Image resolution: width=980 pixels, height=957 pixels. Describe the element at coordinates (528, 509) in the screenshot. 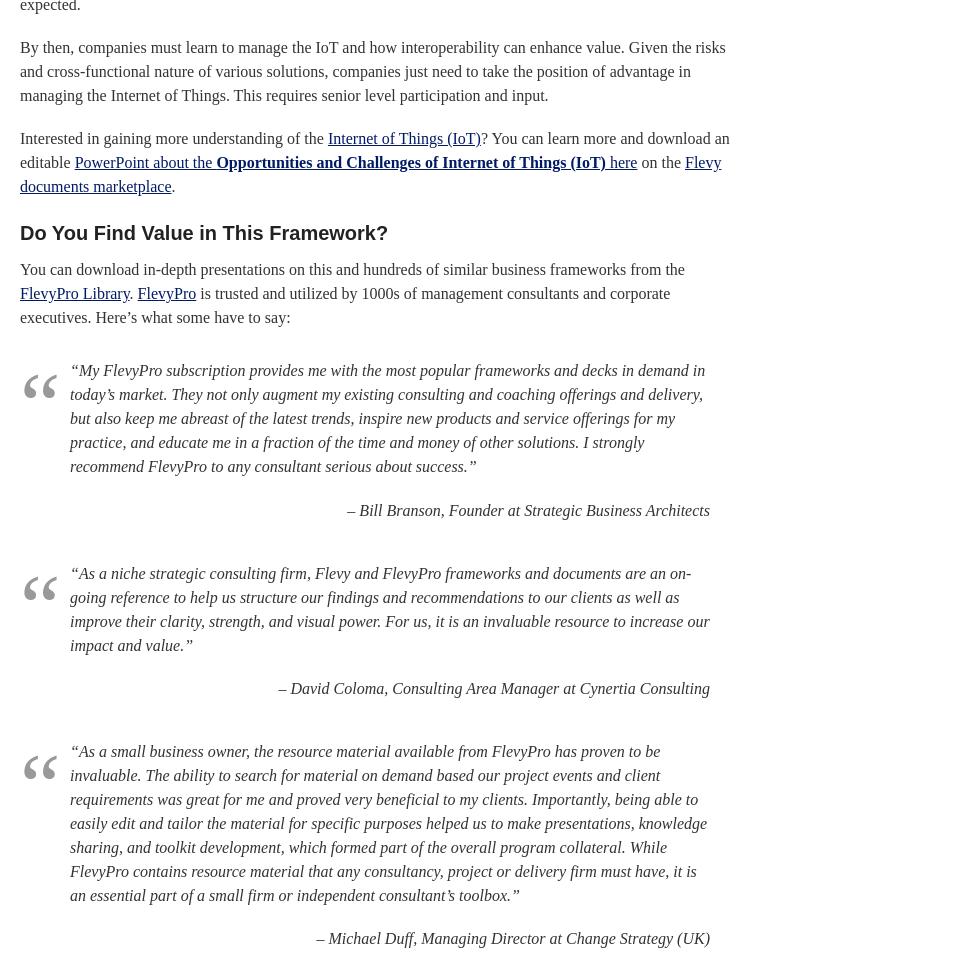

I see `'– Bill Branson, Founder at Strategic Business Architects'` at that location.